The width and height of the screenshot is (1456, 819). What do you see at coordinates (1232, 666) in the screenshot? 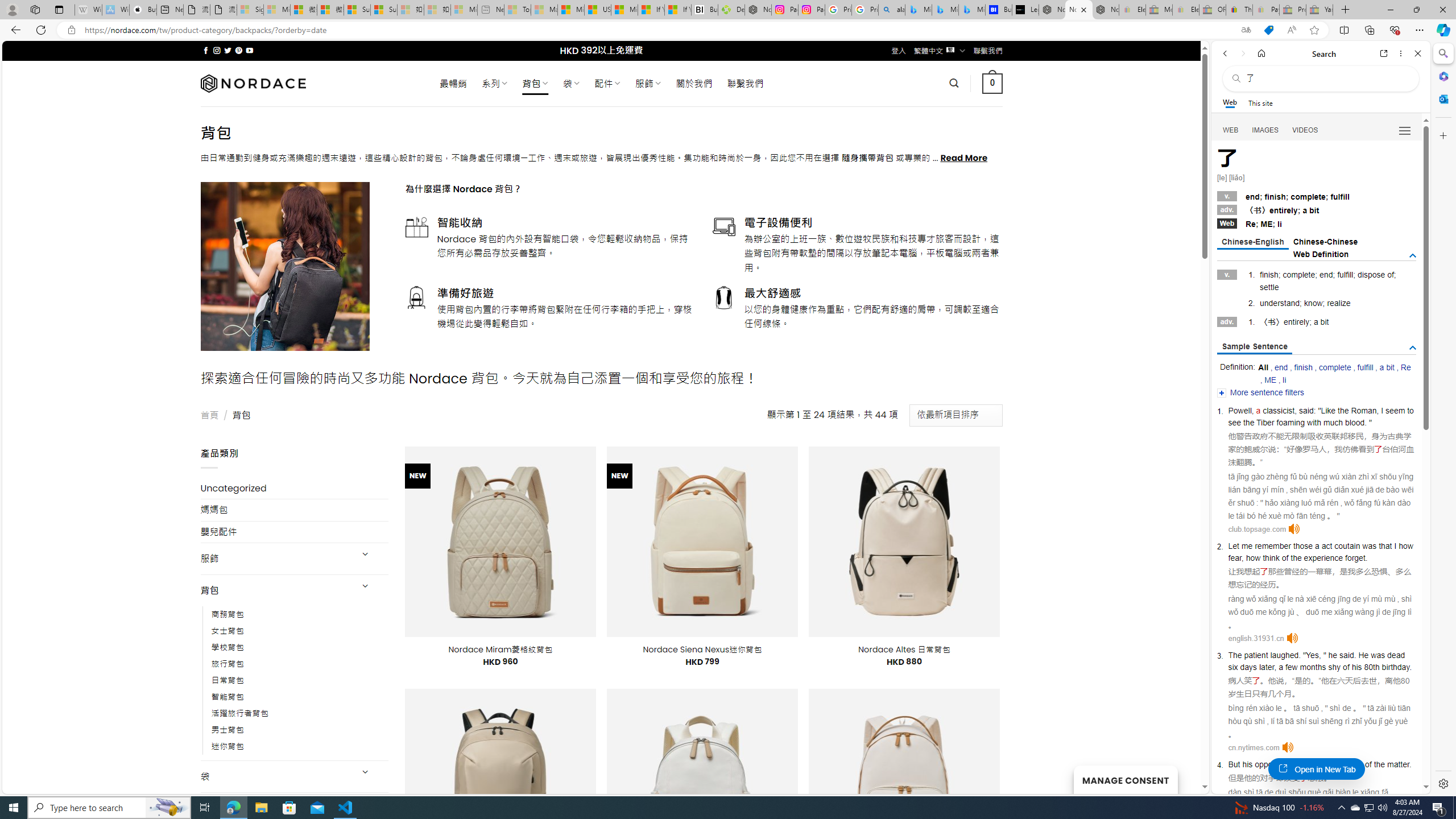
I see `'six'` at bounding box center [1232, 666].